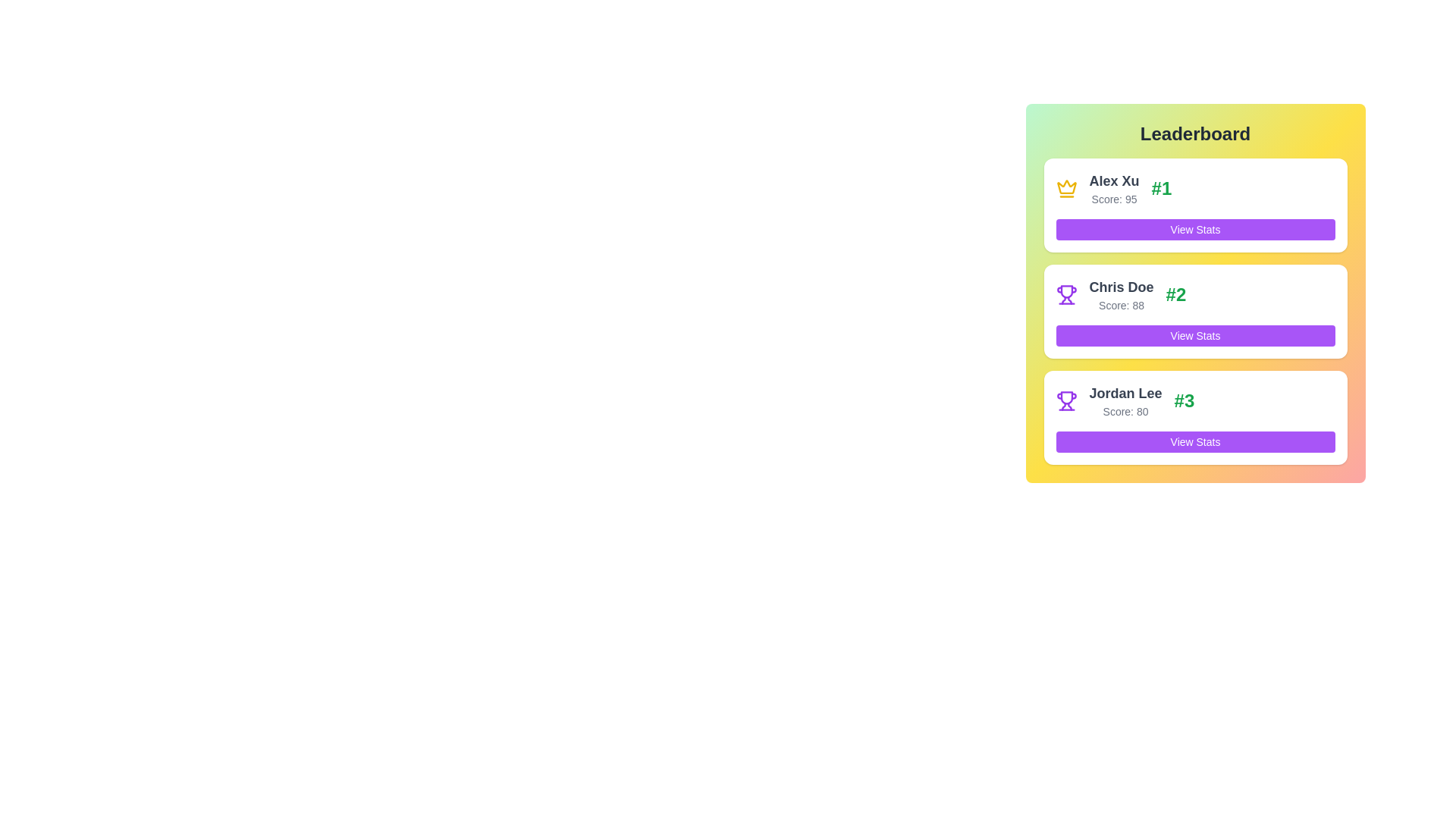 Image resolution: width=1456 pixels, height=819 pixels. I want to click on the 'View Stats' button for player Alex Xu, so click(1194, 230).